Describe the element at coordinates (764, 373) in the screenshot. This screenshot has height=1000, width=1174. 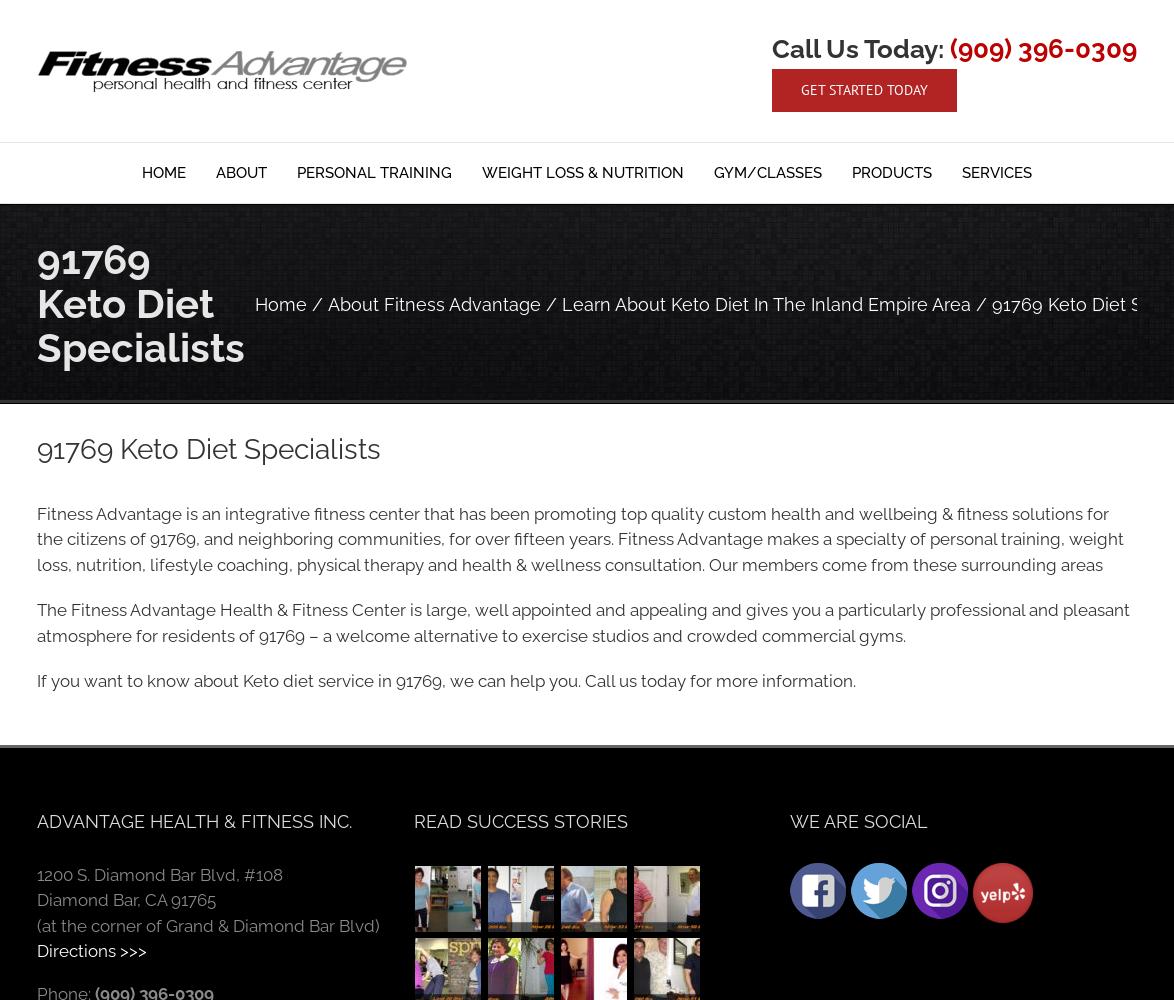
I see `'Massage'` at that location.